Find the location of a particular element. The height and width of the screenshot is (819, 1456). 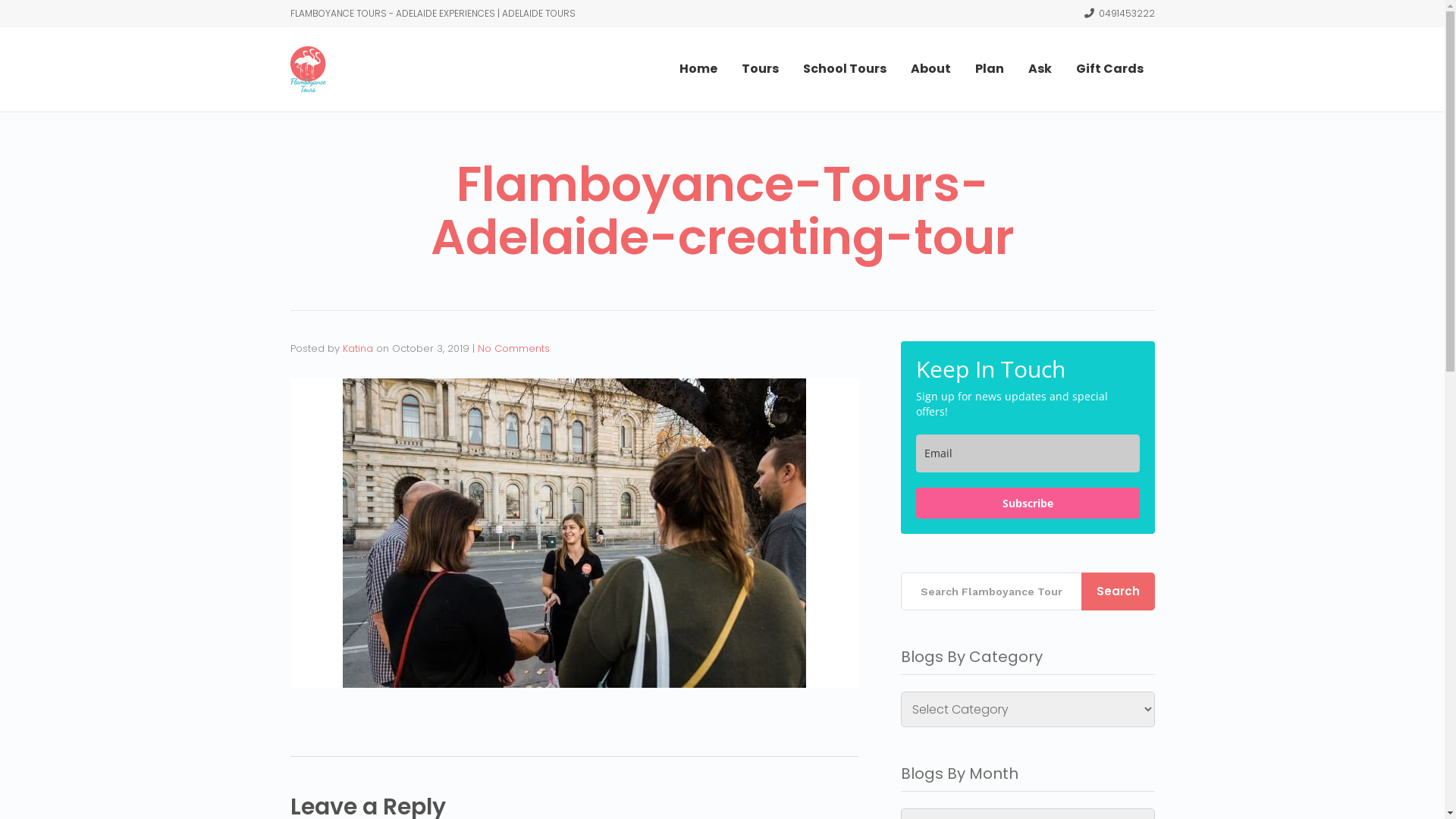

'Ask' is located at coordinates (1039, 69).